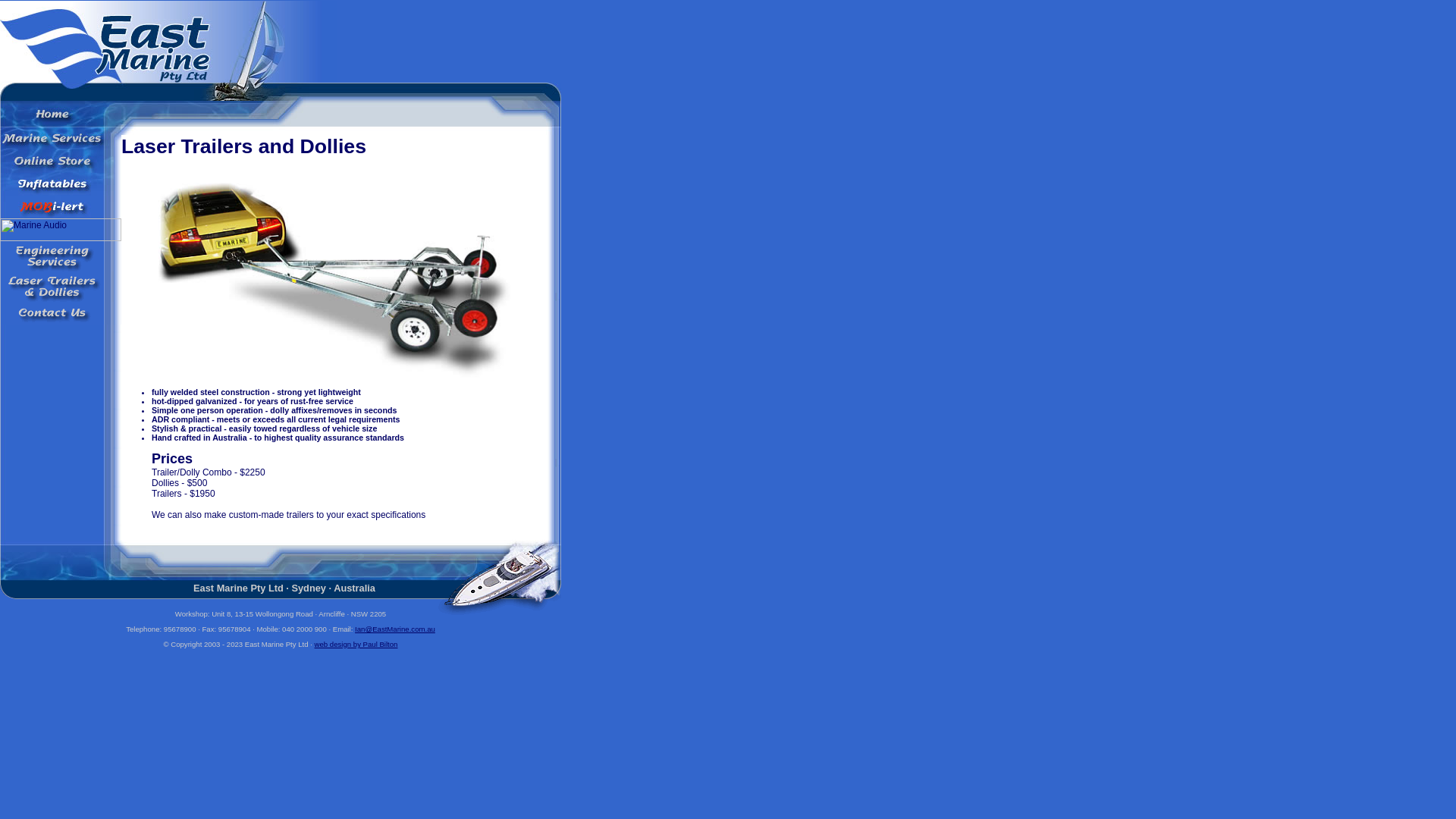  Describe the element at coordinates (356, 644) in the screenshot. I see `'web design by Paul Bilton'` at that location.